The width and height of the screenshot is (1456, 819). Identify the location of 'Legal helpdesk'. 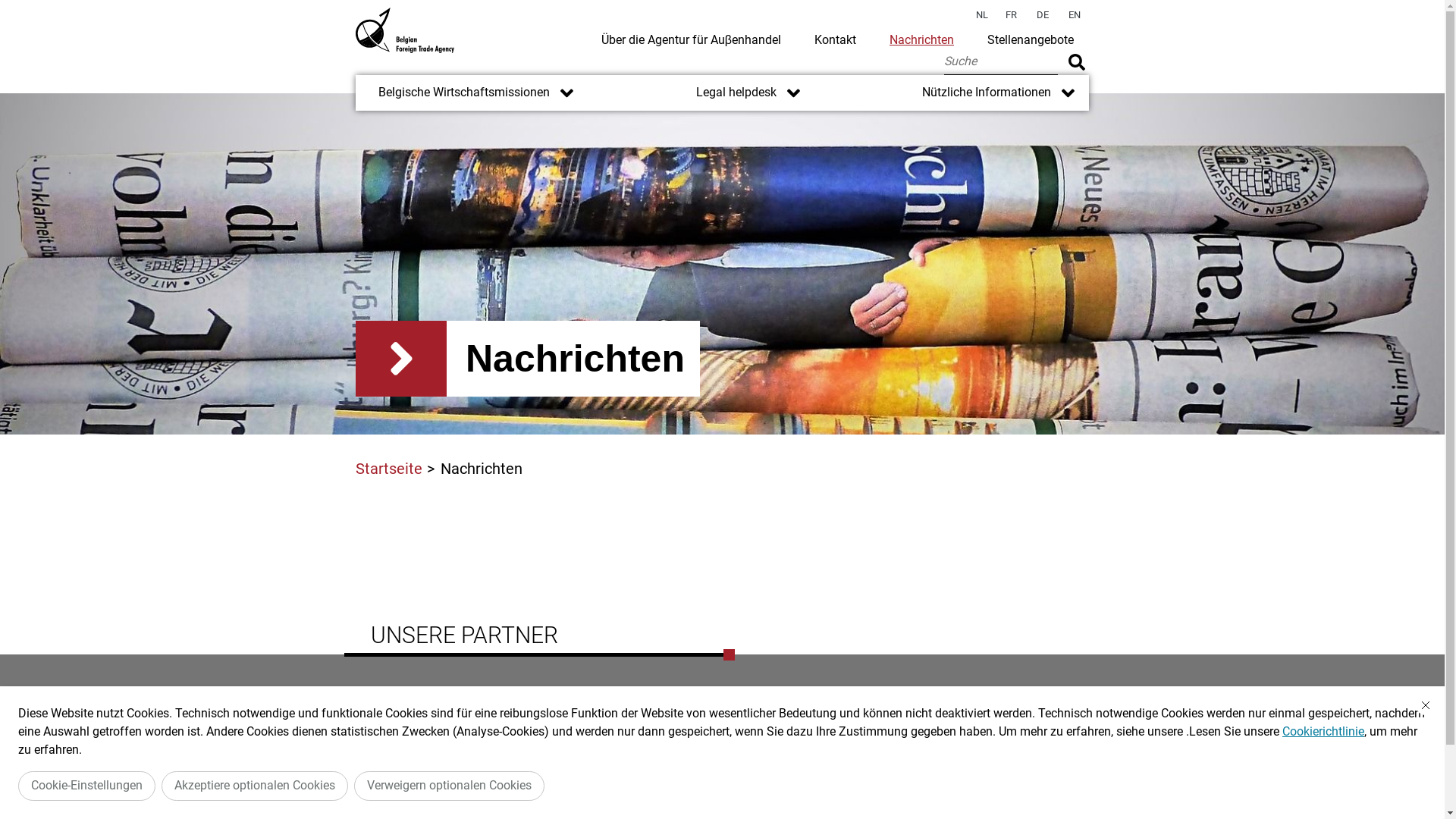
(723, 93).